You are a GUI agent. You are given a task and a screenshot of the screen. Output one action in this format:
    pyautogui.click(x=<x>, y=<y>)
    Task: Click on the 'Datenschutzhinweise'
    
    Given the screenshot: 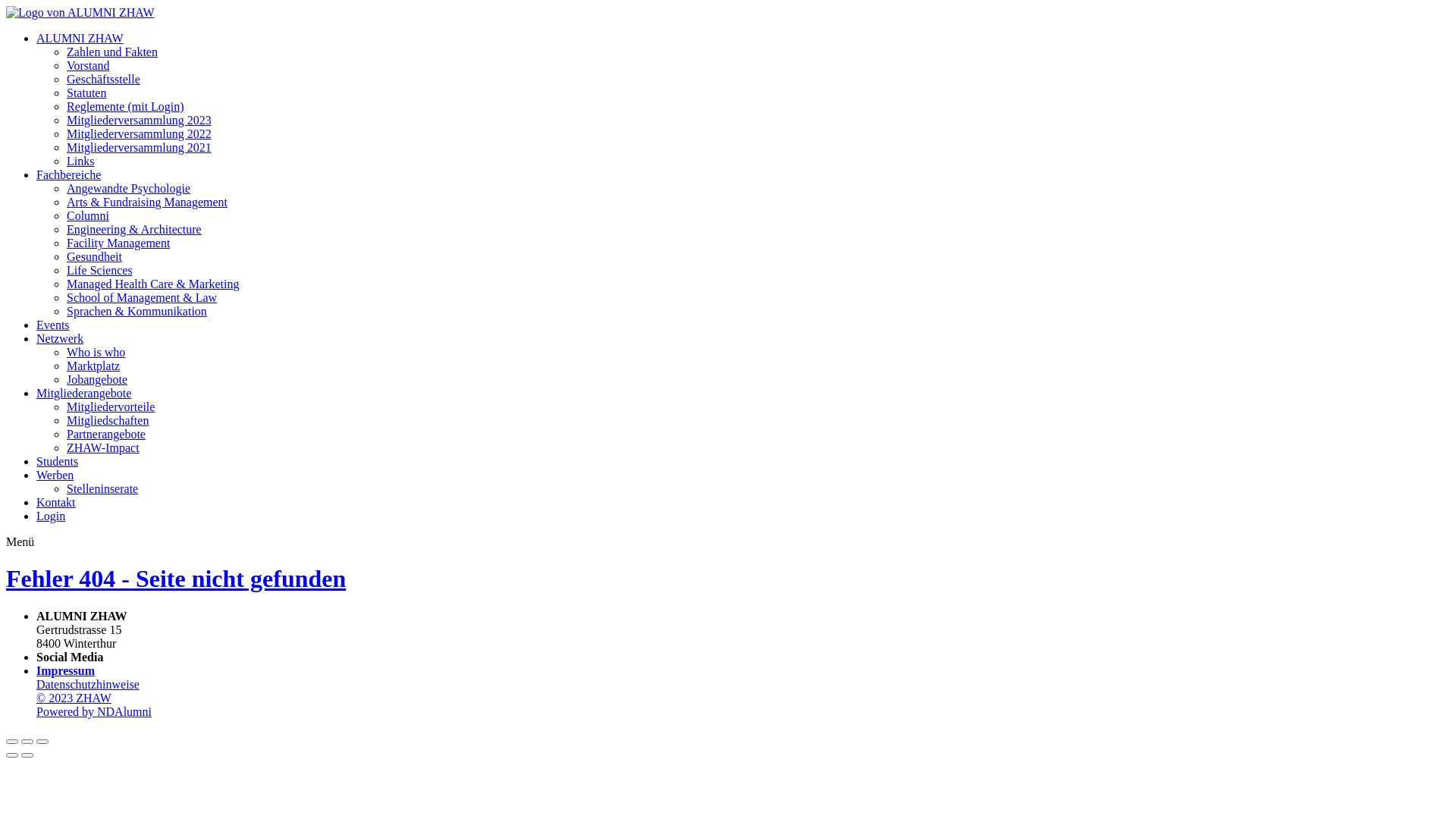 What is the action you would take?
    pyautogui.click(x=86, y=684)
    